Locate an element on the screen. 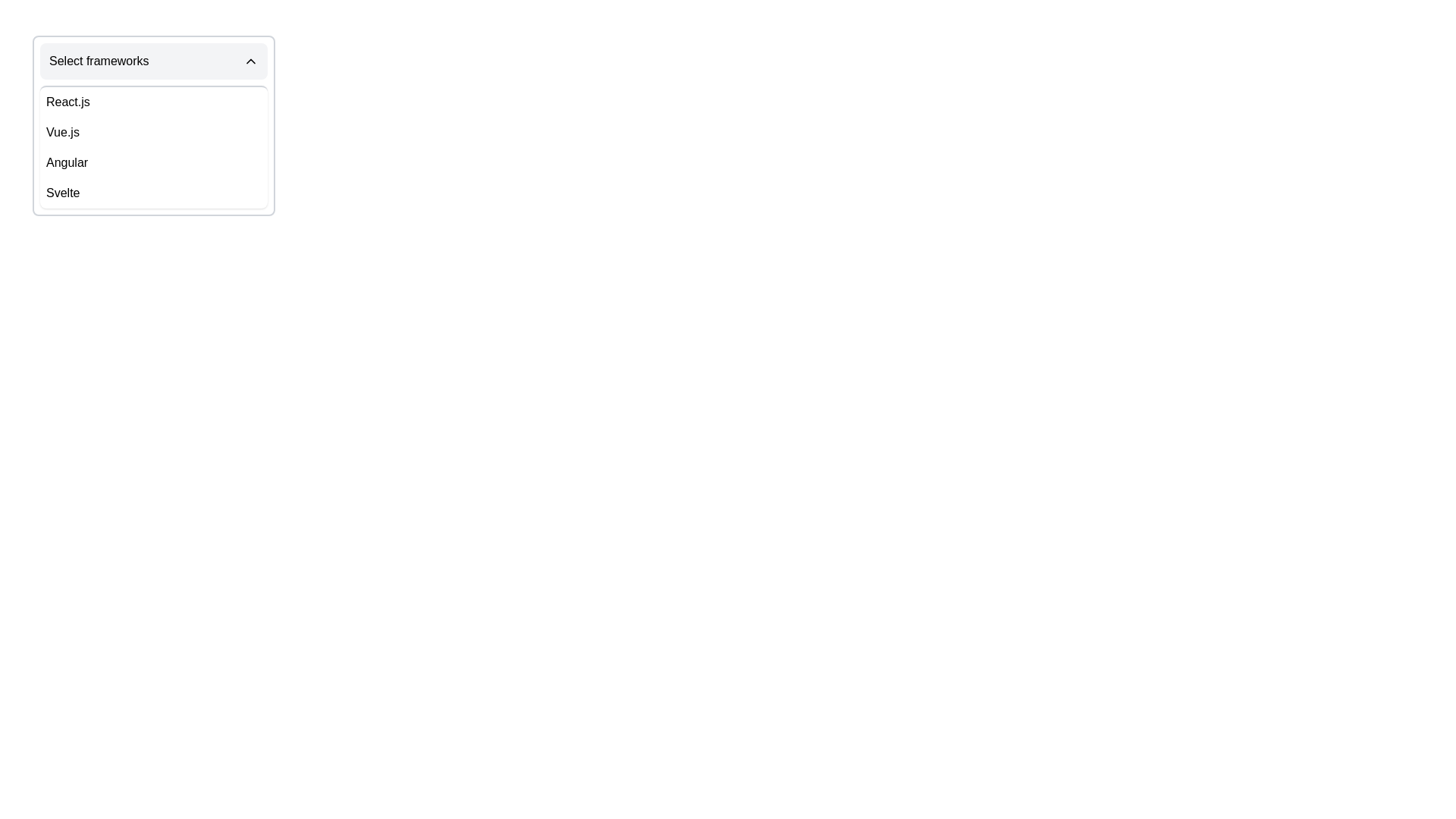 The width and height of the screenshot is (1456, 819). the 'Angular' list item is located at coordinates (153, 163).